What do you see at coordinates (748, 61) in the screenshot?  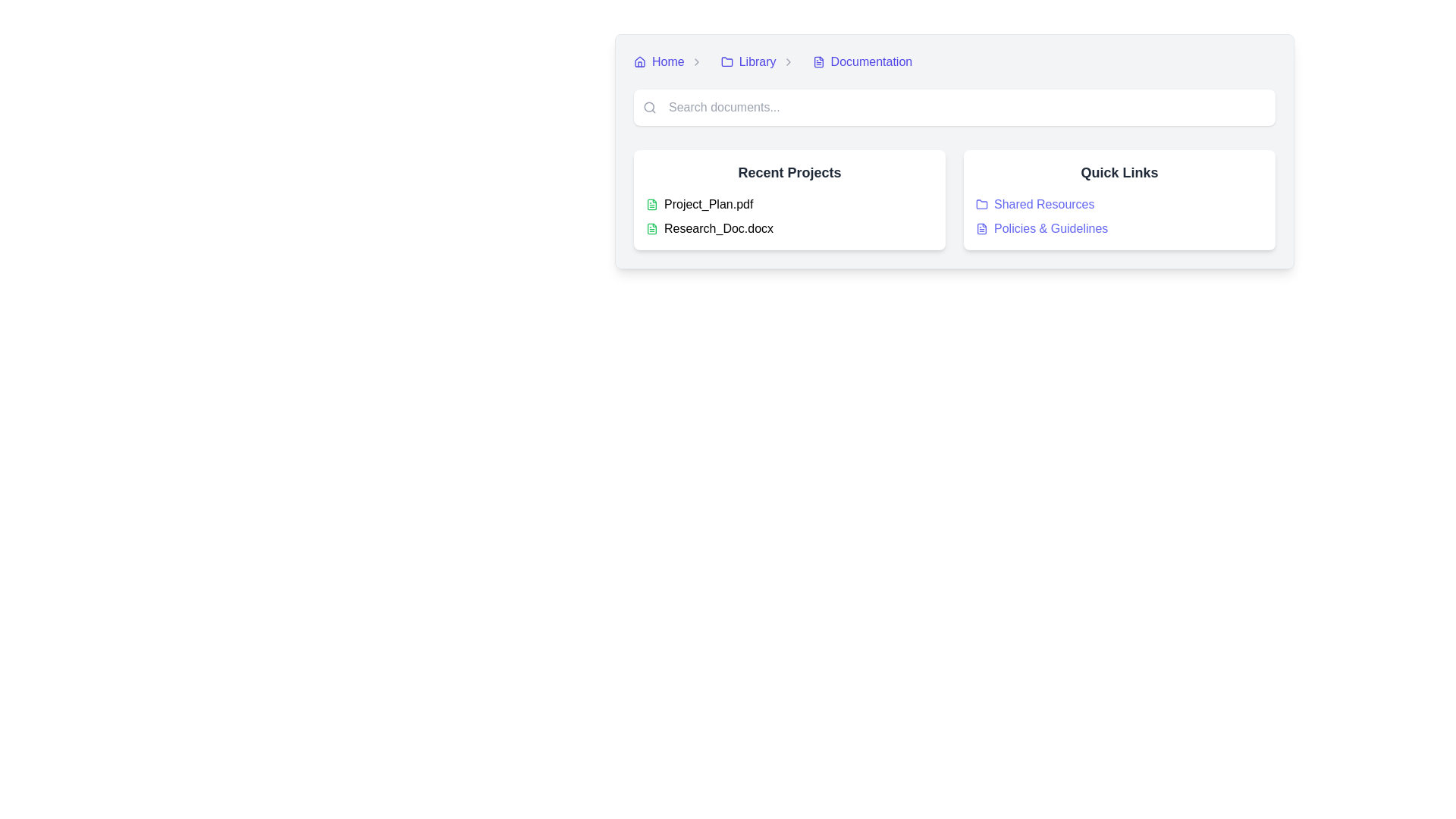 I see `the 'Library' breadcrumb navigation link` at bounding box center [748, 61].